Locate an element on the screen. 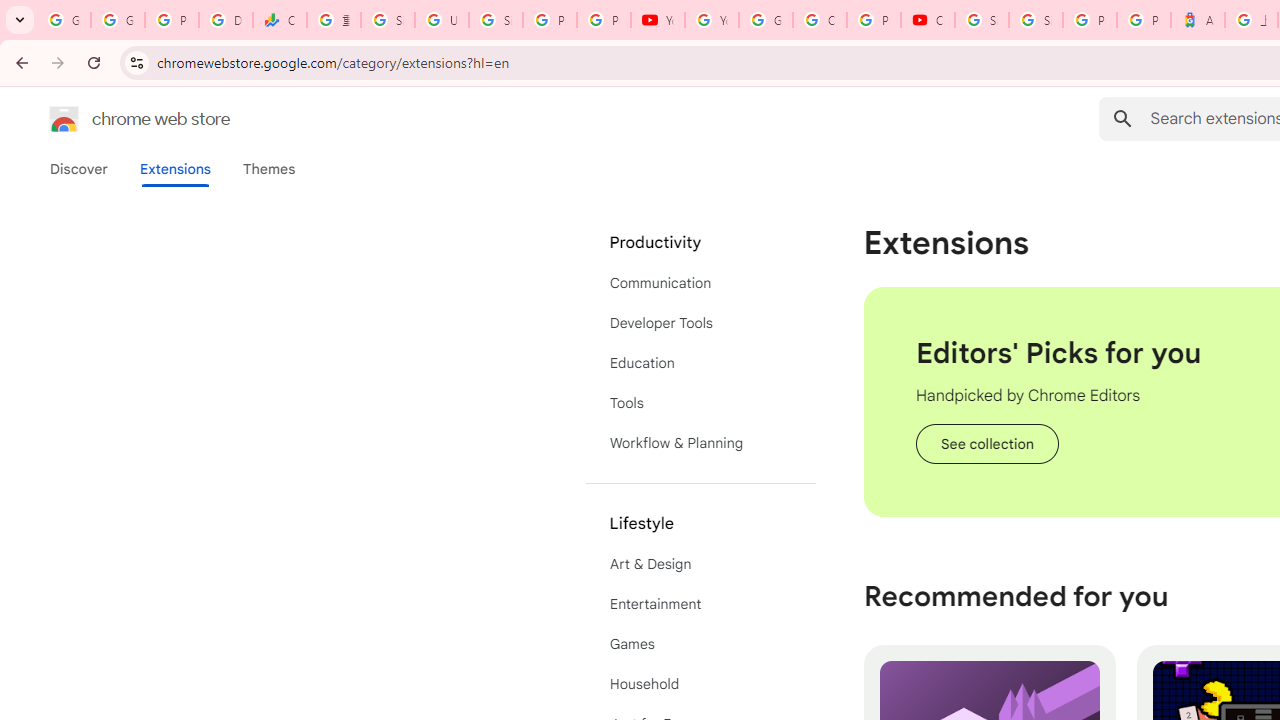  'Chrome Web Store logo chrome web store' is located at coordinates (118, 119).